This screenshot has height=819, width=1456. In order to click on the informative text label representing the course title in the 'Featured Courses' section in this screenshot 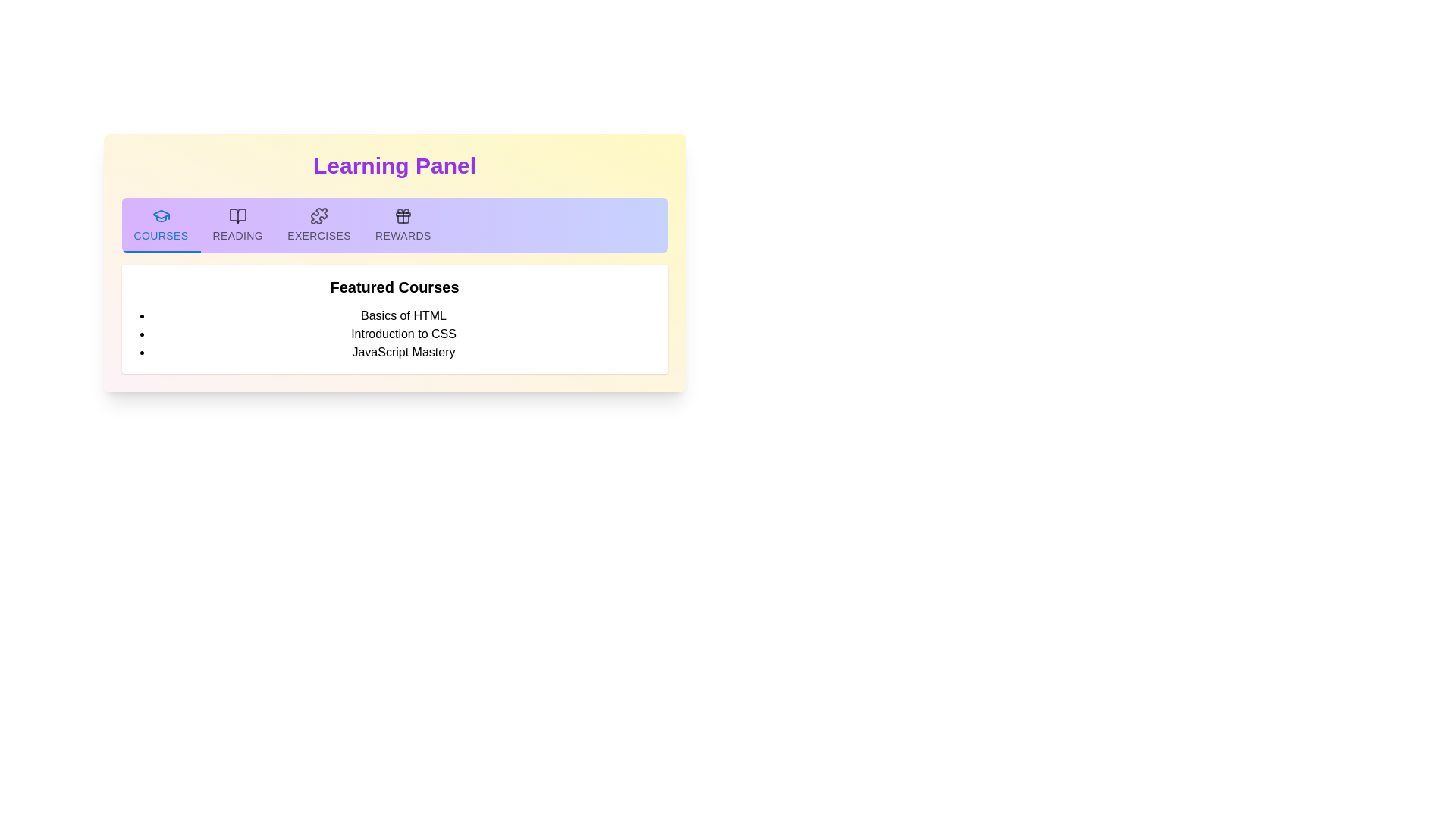, I will do `click(403, 353)`.